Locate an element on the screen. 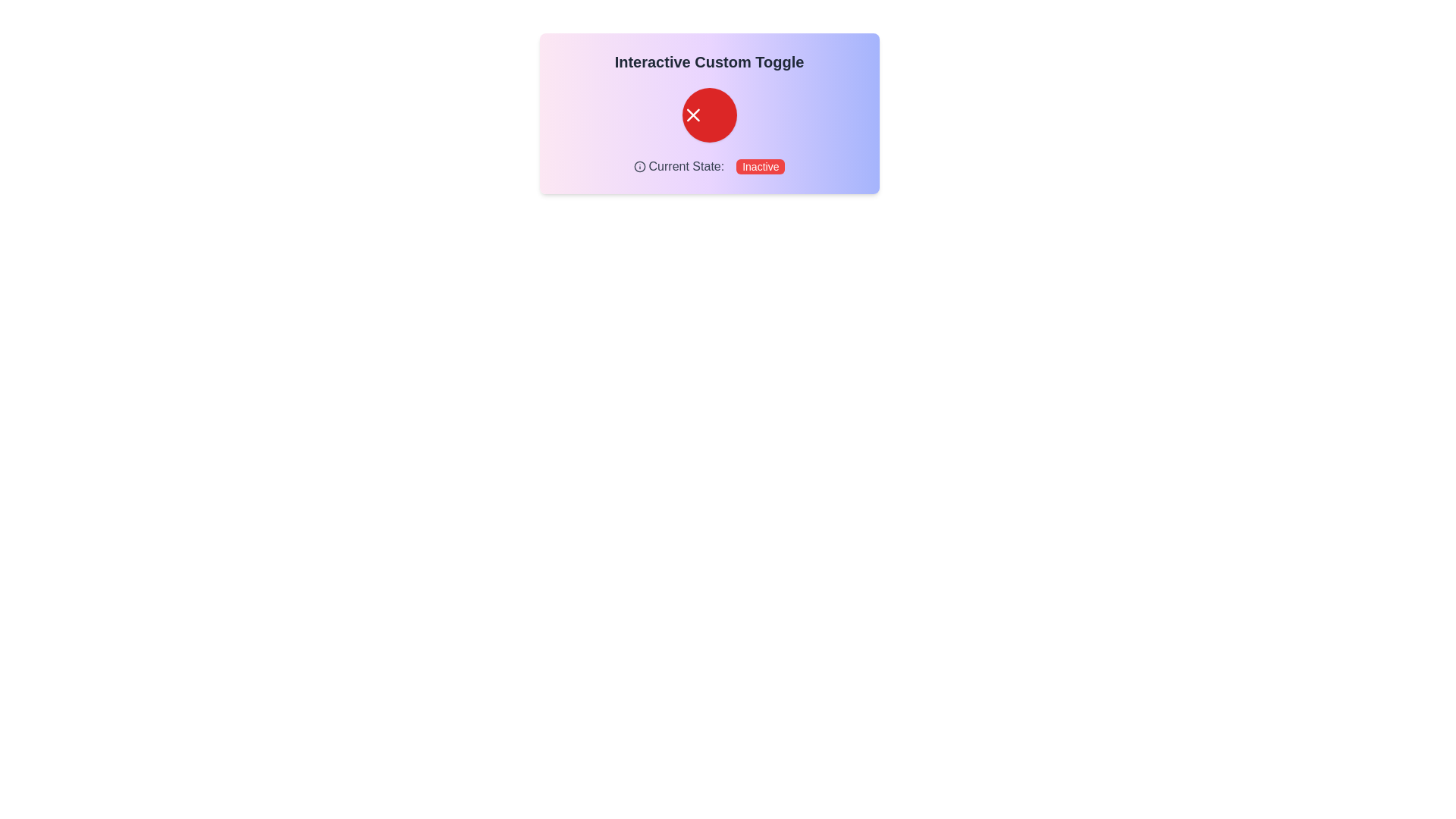  the toggle button labeled 'Interactive Custom Toggle' is located at coordinates (708, 114).